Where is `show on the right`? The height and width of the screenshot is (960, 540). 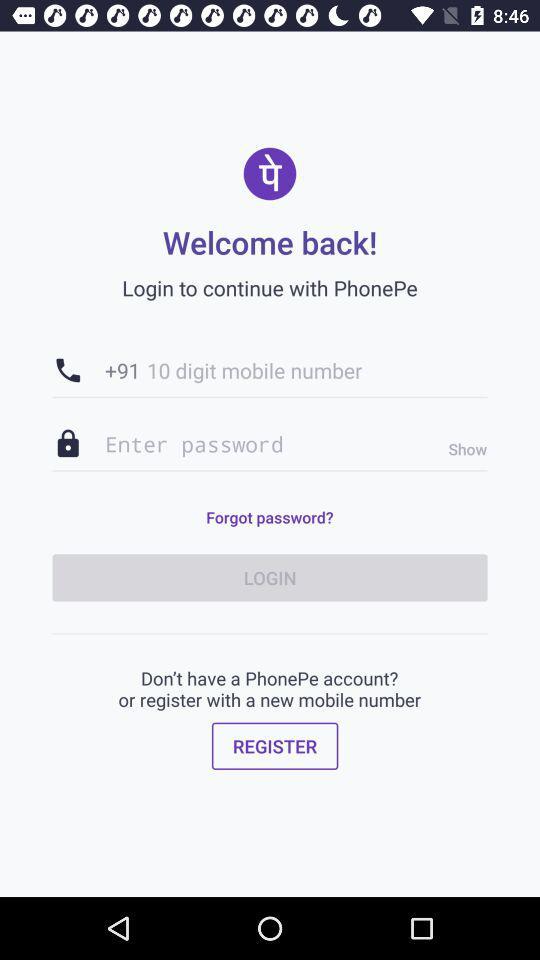 show on the right is located at coordinates (462, 449).